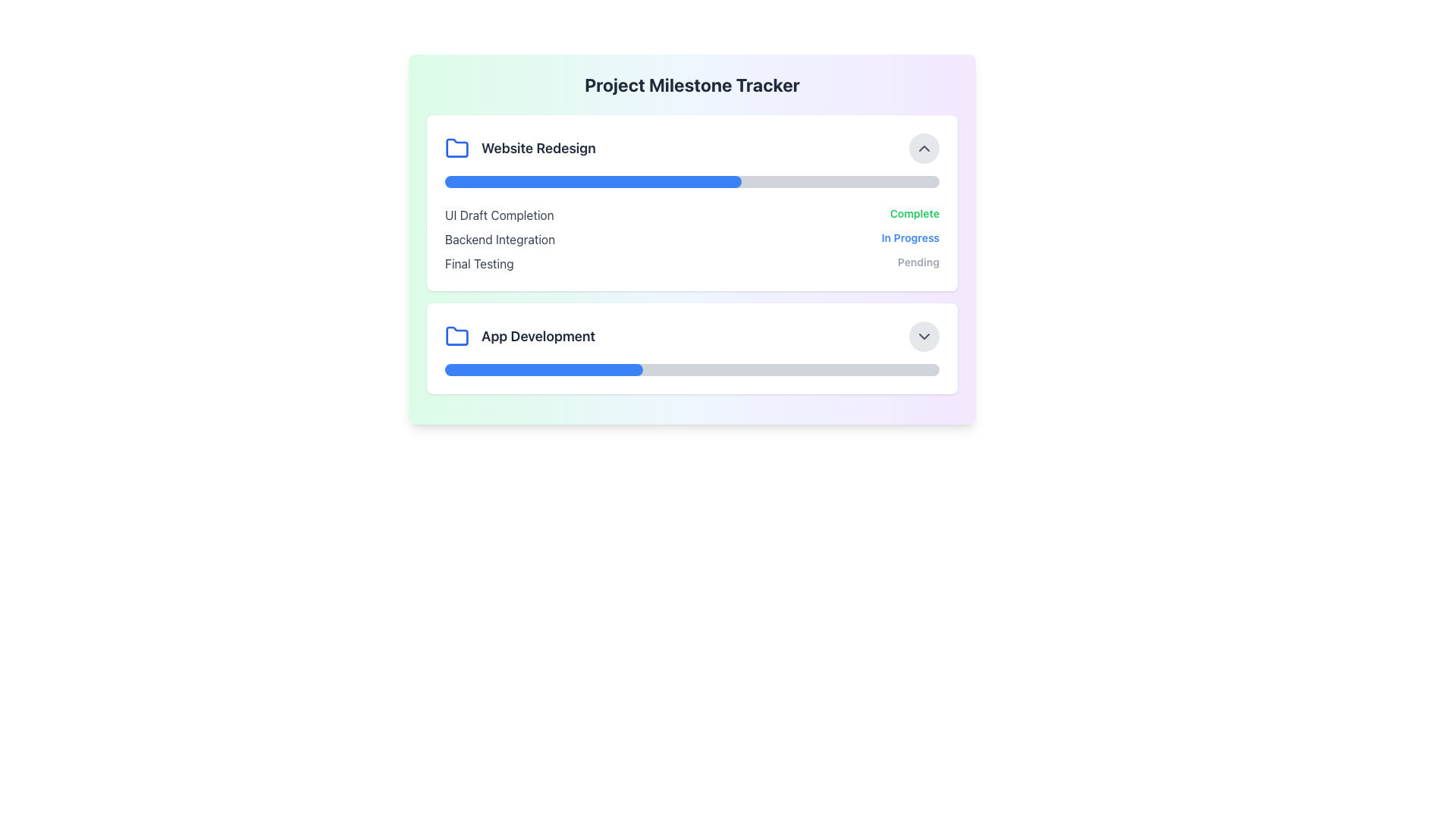 The height and width of the screenshot is (819, 1456). Describe the element at coordinates (499, 215) in the screenshot. I see `the static text label displaying 'UI Draft Completion' that is located in the 'Website Redesign' section of the task list` at that location.